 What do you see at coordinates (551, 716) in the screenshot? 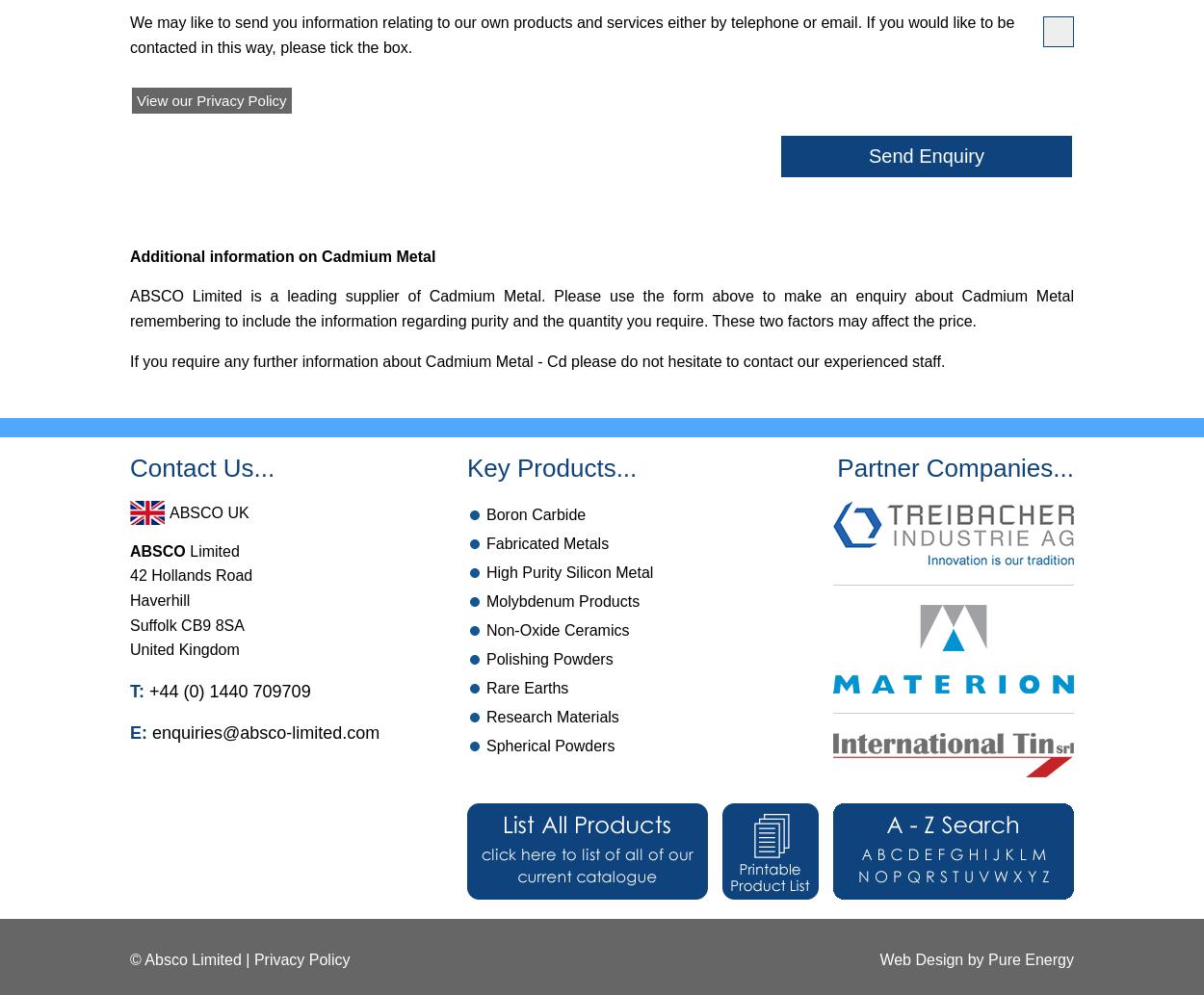
I see `'Research Materials'` at bounding box center [551, 716].